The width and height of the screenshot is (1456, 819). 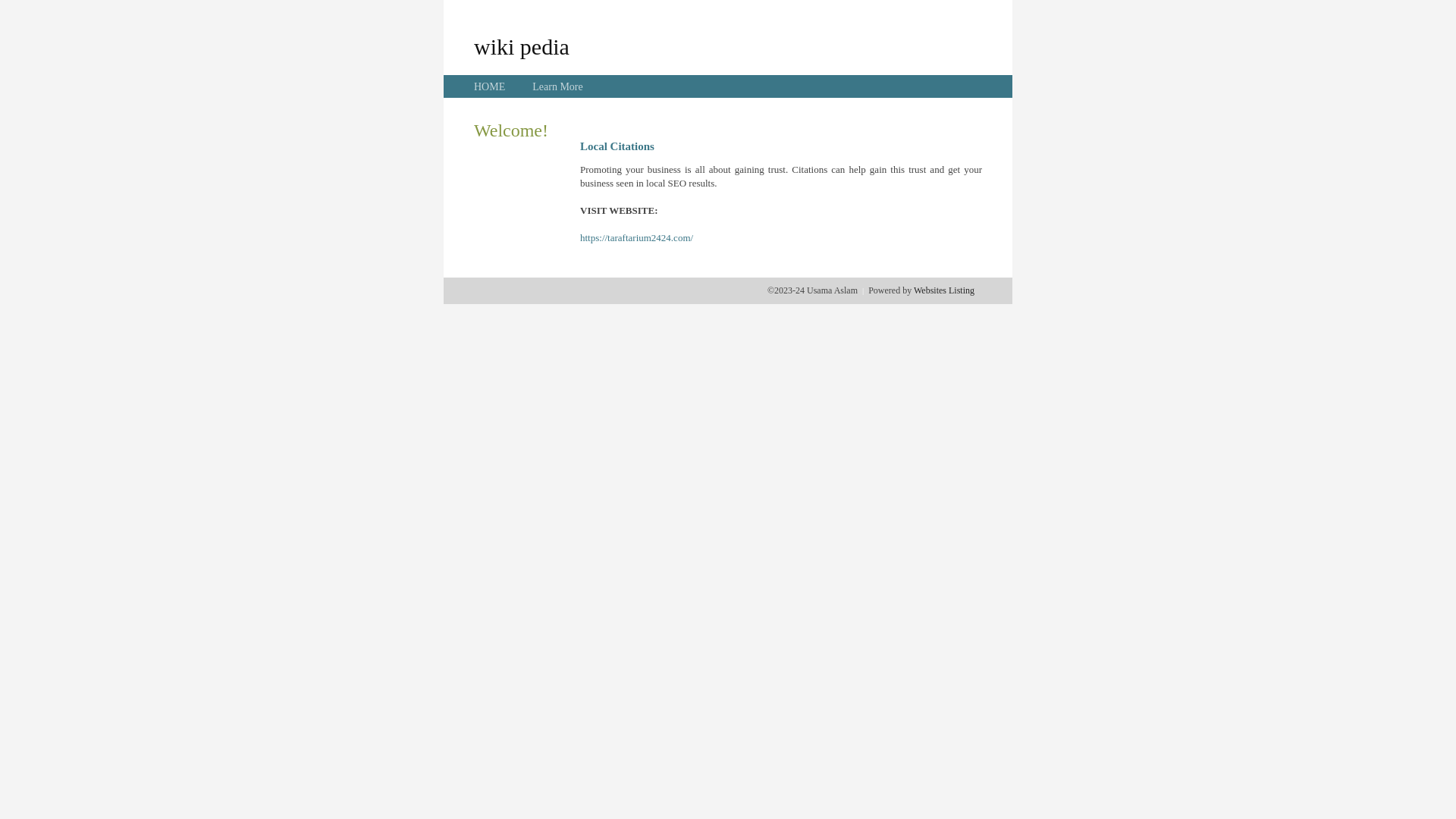 What do you see at coordinates (521, 45) in the screenshot?
I see `'wiki pedia'` at bounding box center [521, 45].